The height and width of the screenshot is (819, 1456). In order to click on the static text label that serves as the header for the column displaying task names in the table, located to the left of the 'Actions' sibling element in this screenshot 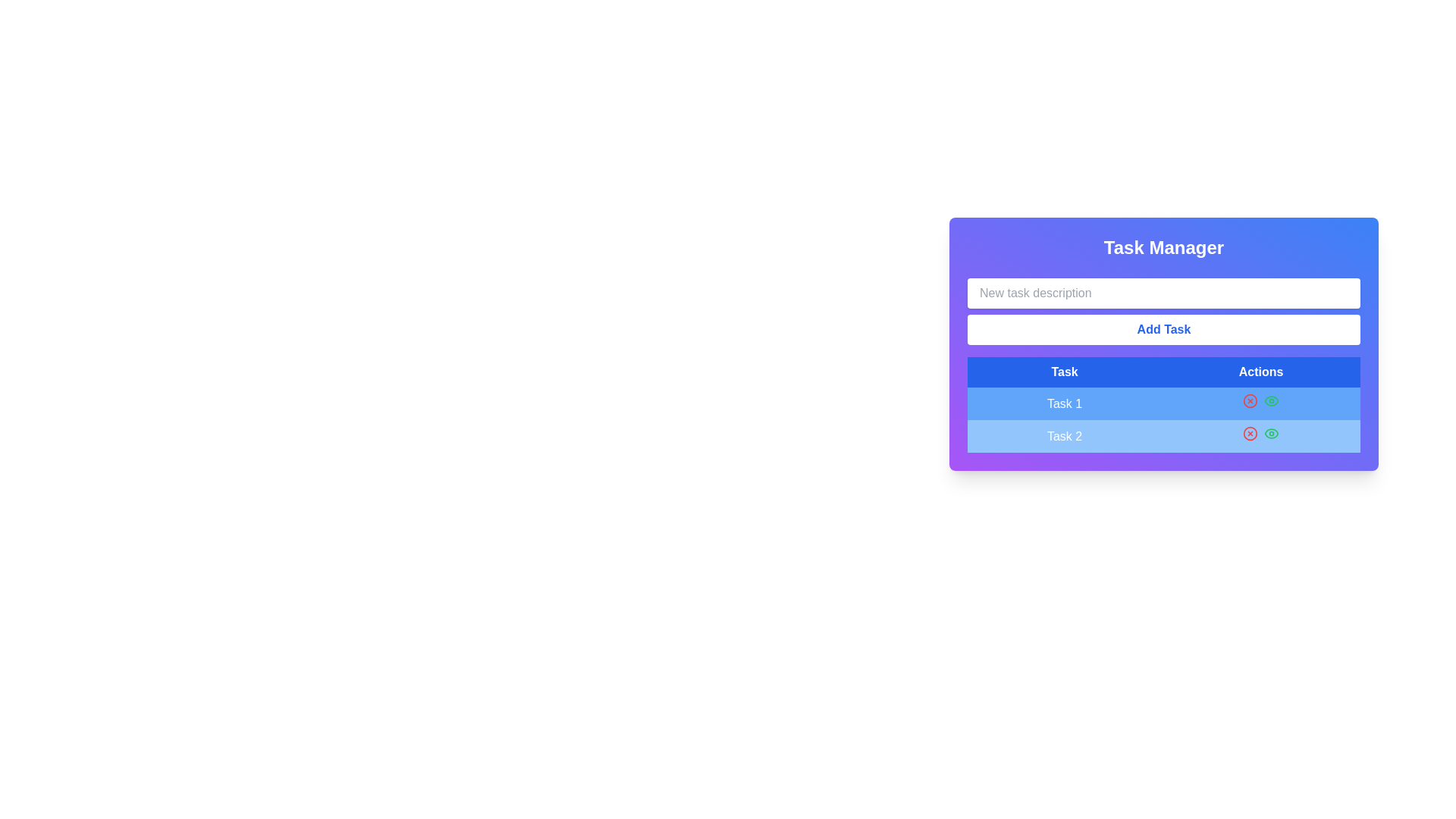, I will do `click(1064, 372)`.